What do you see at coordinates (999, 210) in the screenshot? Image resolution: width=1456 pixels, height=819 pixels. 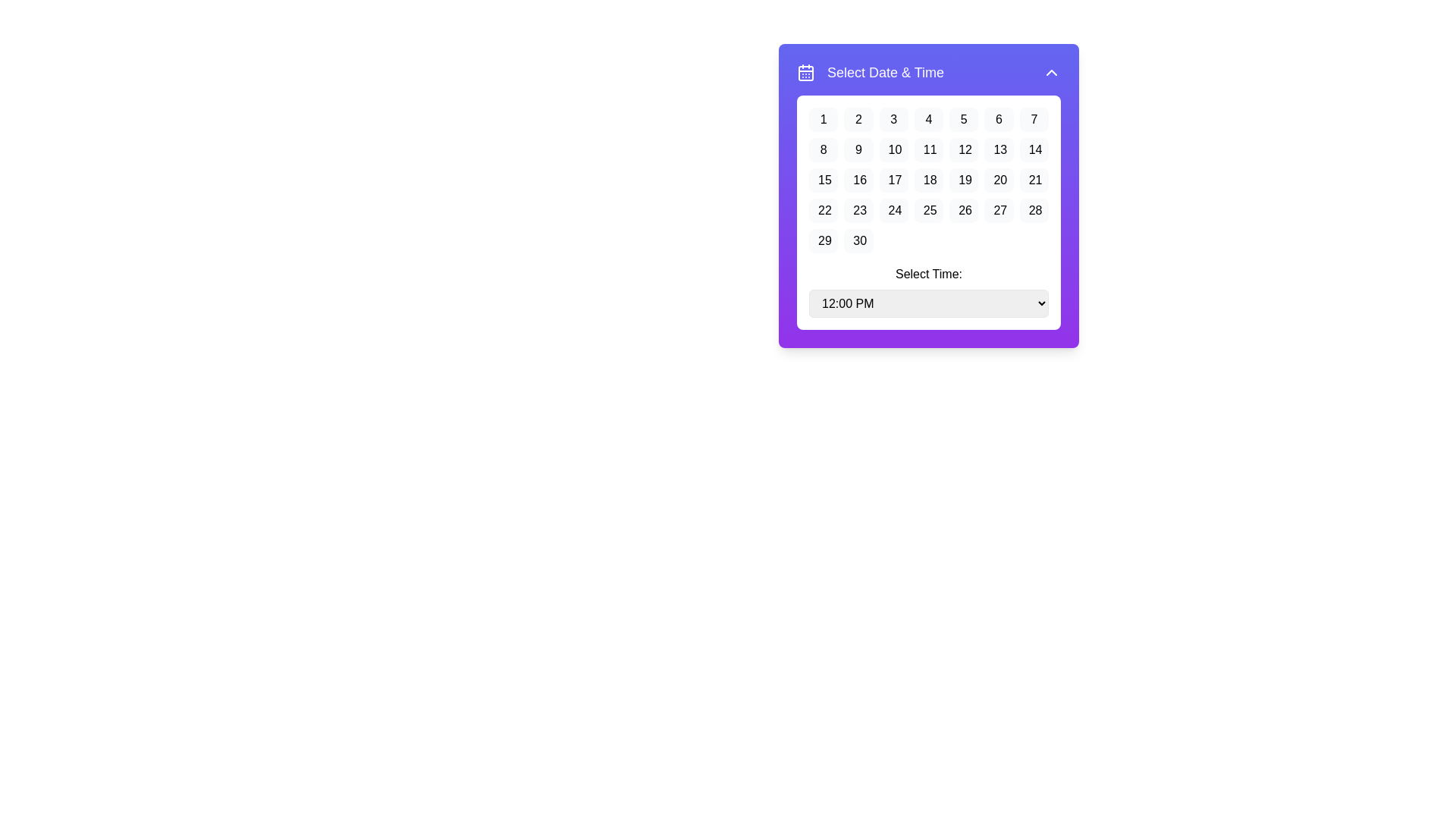 I see `the button in the 6th row and 6th column of the calendar grid` at bounding box center [999, 210].